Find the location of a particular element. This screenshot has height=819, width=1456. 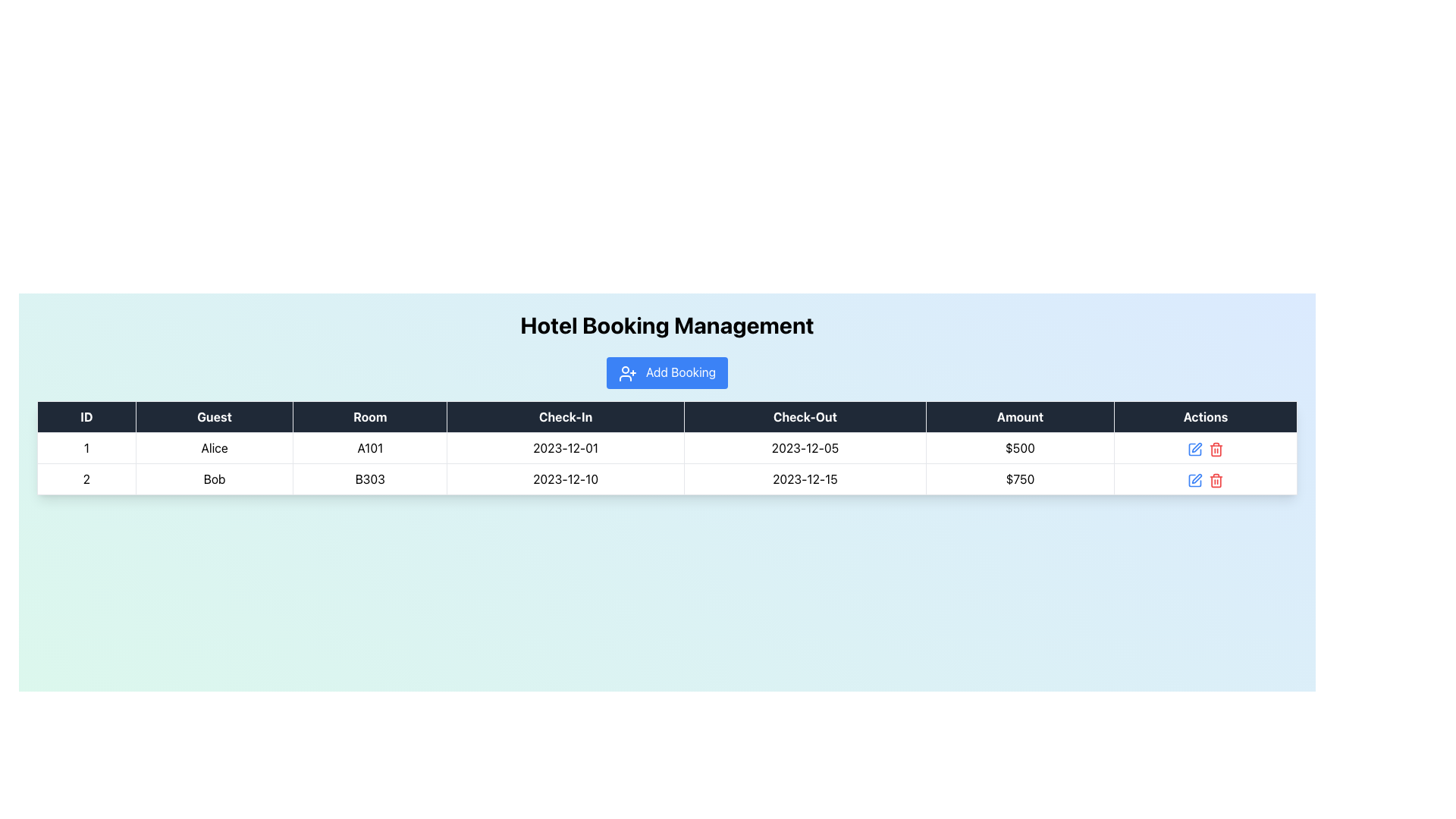

the trash icon element in the Actions column of the second row to initiate the delete action is located at coordinates (1216, 482).